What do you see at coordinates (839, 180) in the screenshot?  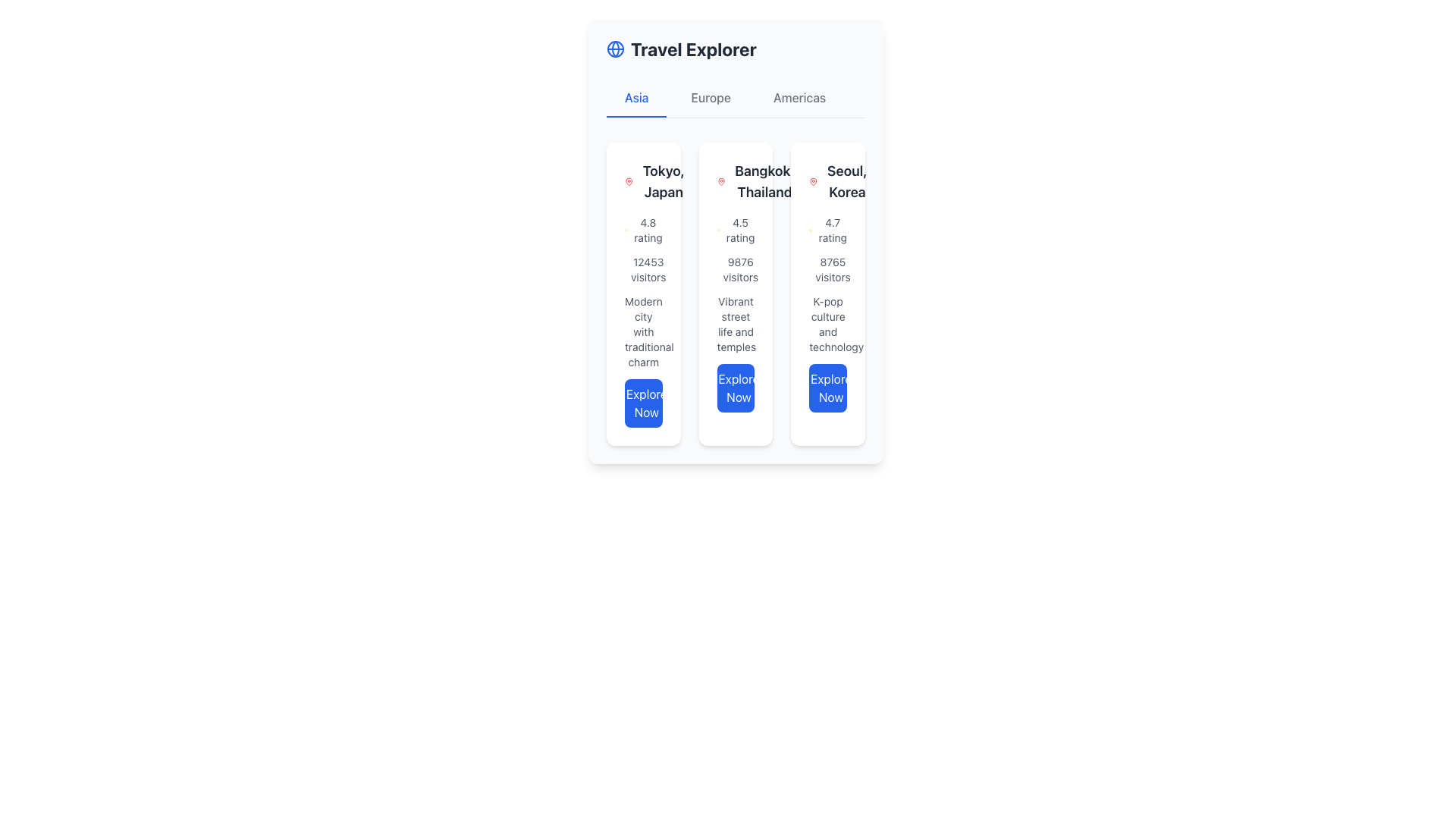 I see `and navigate to the travel destination card for 'Seoul, Korea' located in the third column under the 'Asia' tab of the 'Travel Explorer' interface` at bounding box center [839, 180].